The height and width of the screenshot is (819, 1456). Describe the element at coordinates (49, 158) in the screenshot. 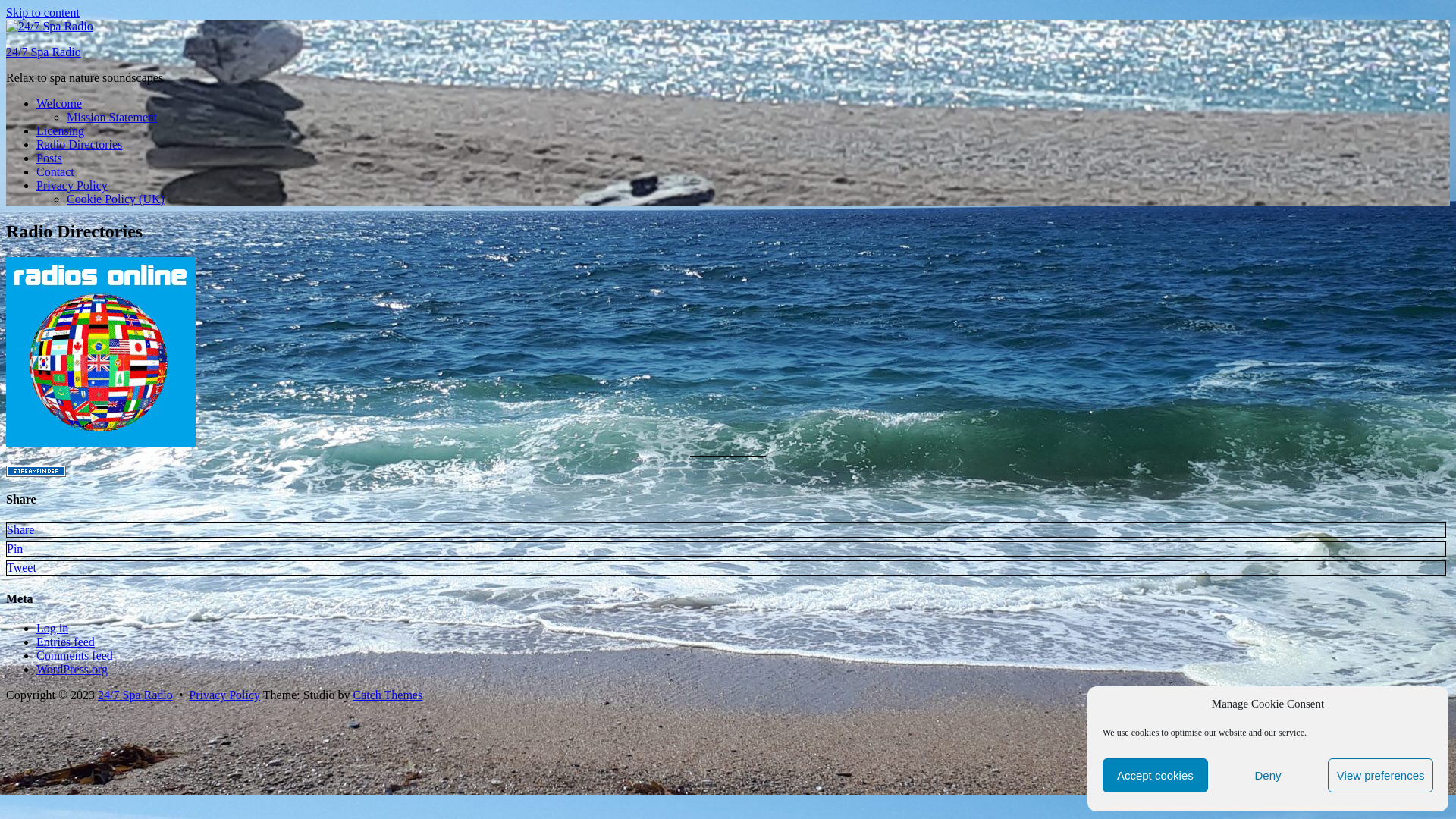

I see `'Posts'` at that location.